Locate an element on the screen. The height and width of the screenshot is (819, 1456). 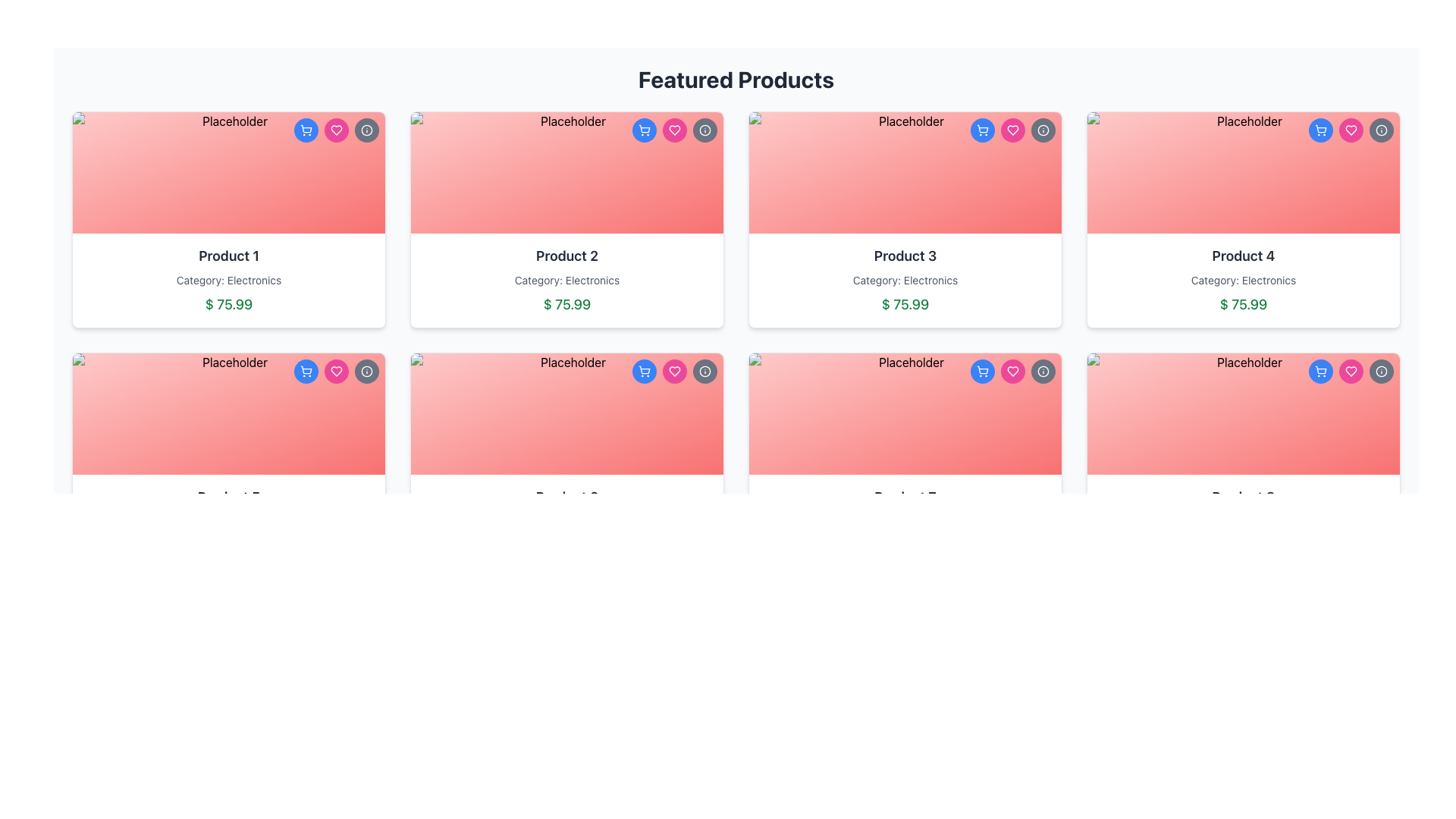
the heart-shaped icon button, styled with a pink fill, located in the top-right segment of the product card to mark it as a favorite is located at coordinates (1351, 130).